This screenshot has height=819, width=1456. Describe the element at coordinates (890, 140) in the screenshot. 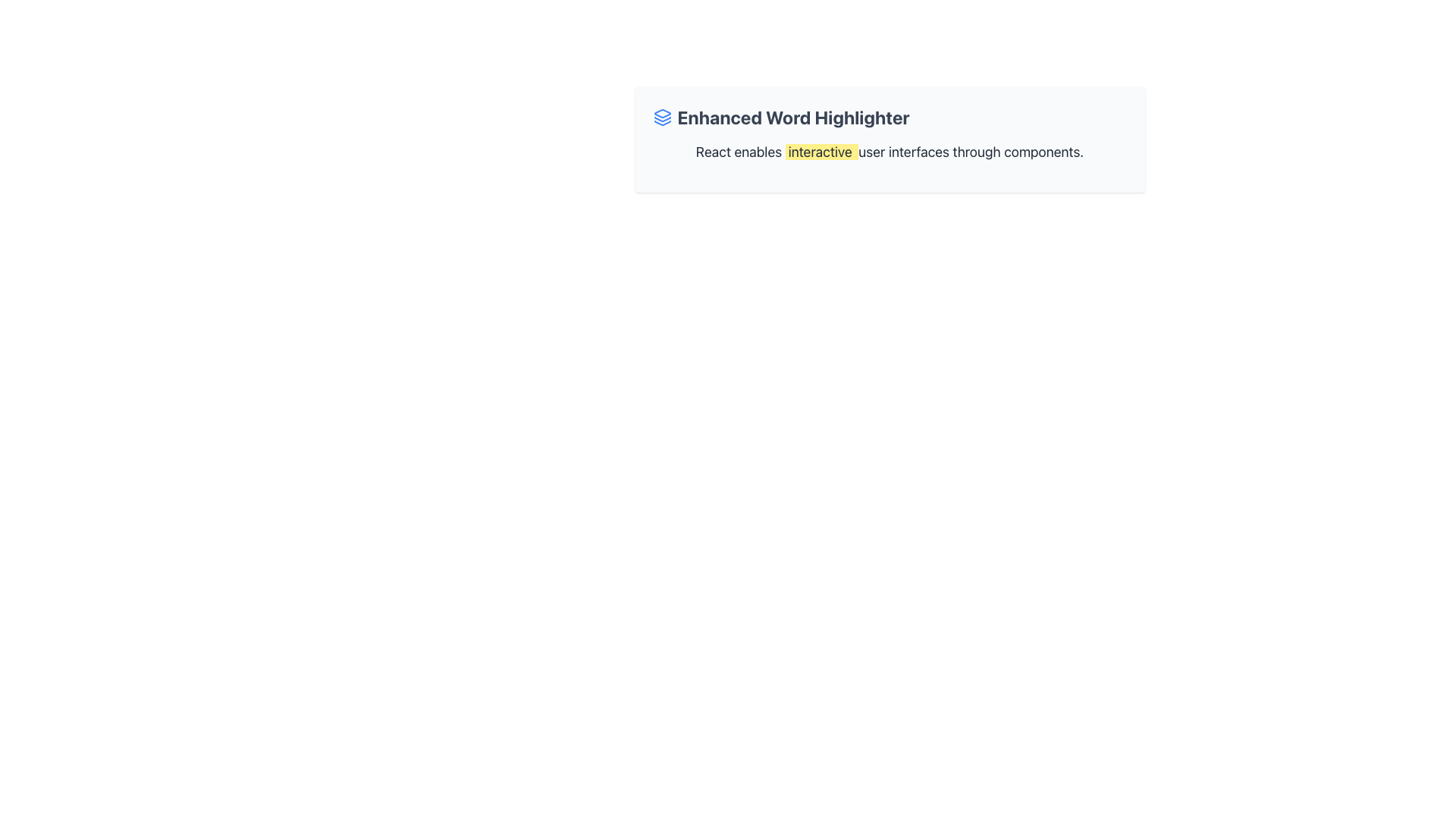

I see `the highlighted word 'interactive' in the section titled 'Enhanced Word Highlighter'` at that location.